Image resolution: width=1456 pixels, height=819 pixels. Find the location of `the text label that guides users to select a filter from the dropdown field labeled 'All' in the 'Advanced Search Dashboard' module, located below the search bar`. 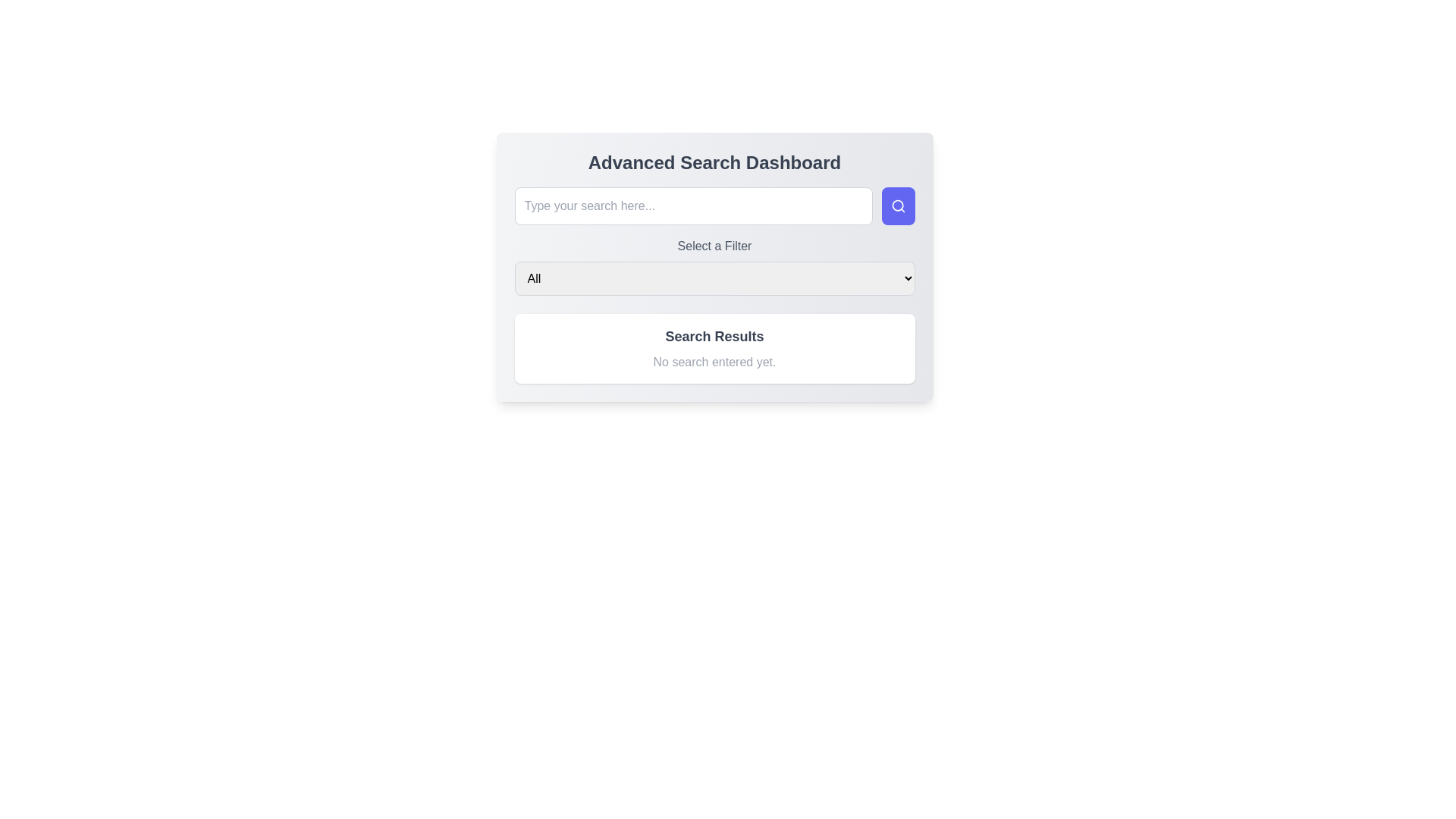

the text label that guides users to select a filter from the dropdown field labeled 'All' in the 'Advanced Search Dashboard' module, located below the search bar is located at coordinates (714, 245).